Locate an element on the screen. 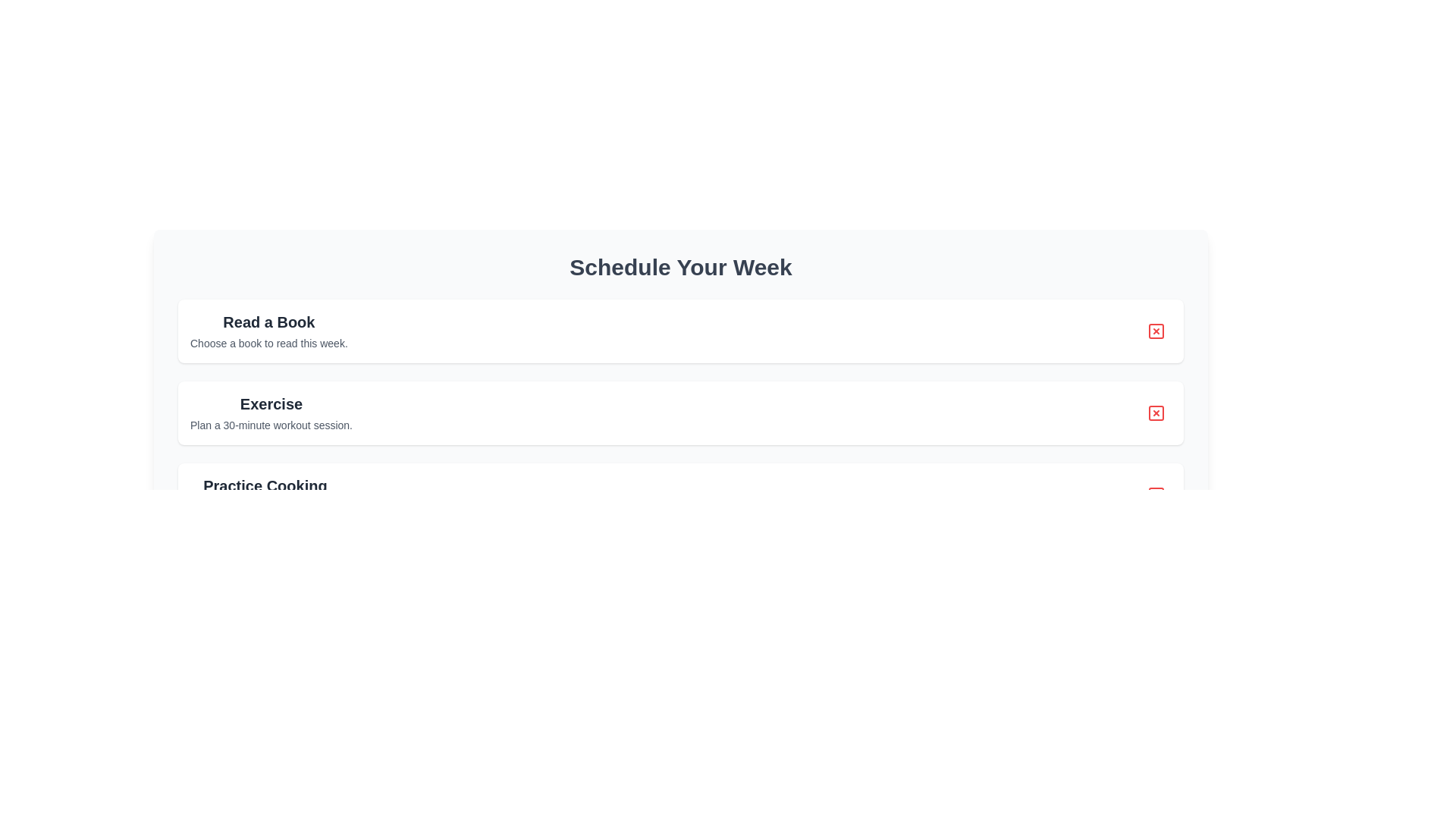 The height and width of the screenshot is (819, 1456). the static text that reads 'Plan a 30-minute workout session.', which is styled with a small font size and gray color, located beneath the heading 'Exercise' is located at coordinates (271, 425).